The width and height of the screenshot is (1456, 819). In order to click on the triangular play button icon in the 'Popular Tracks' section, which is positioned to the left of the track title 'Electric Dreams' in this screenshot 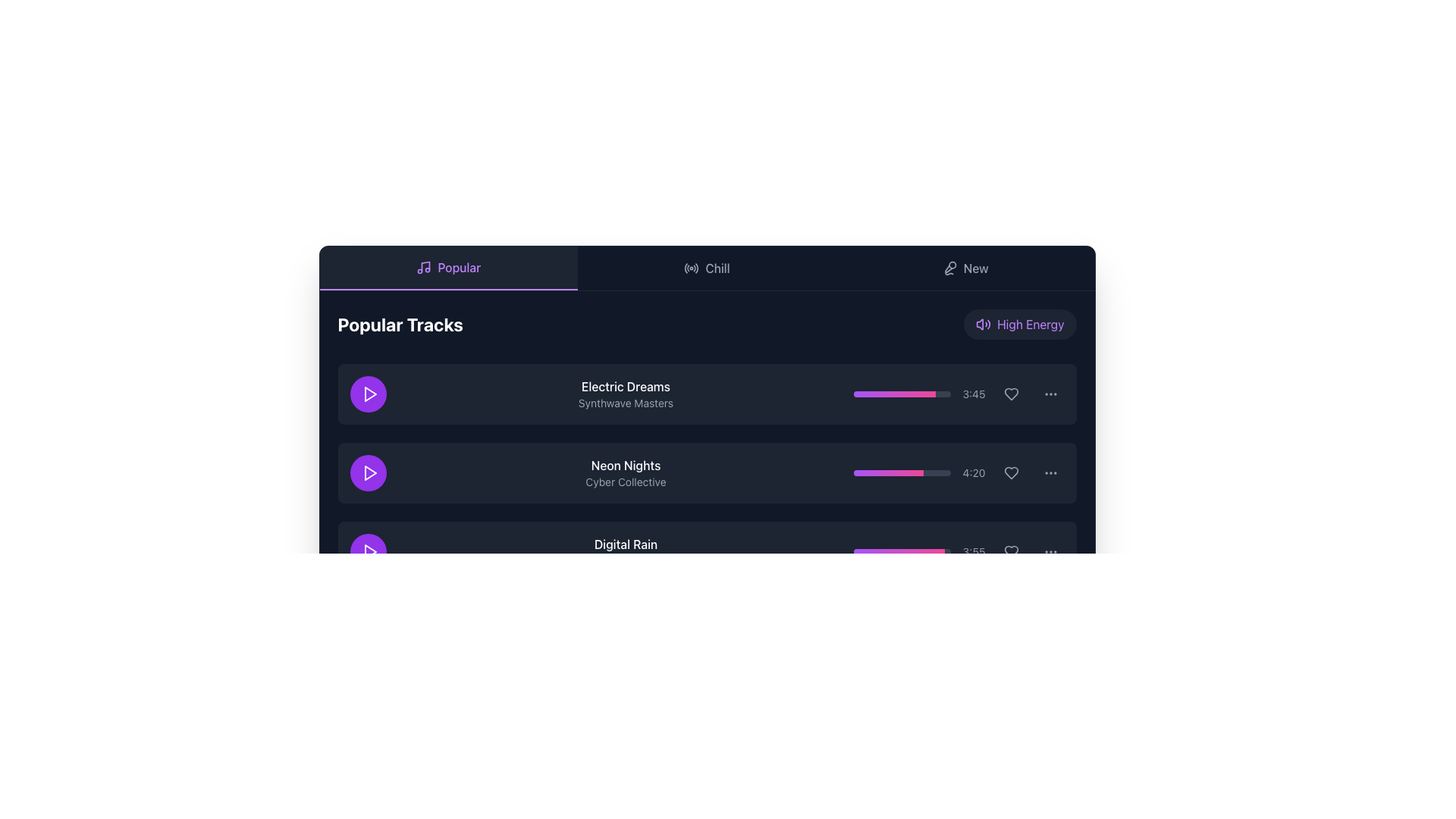, I will do `click(370, 394)`.